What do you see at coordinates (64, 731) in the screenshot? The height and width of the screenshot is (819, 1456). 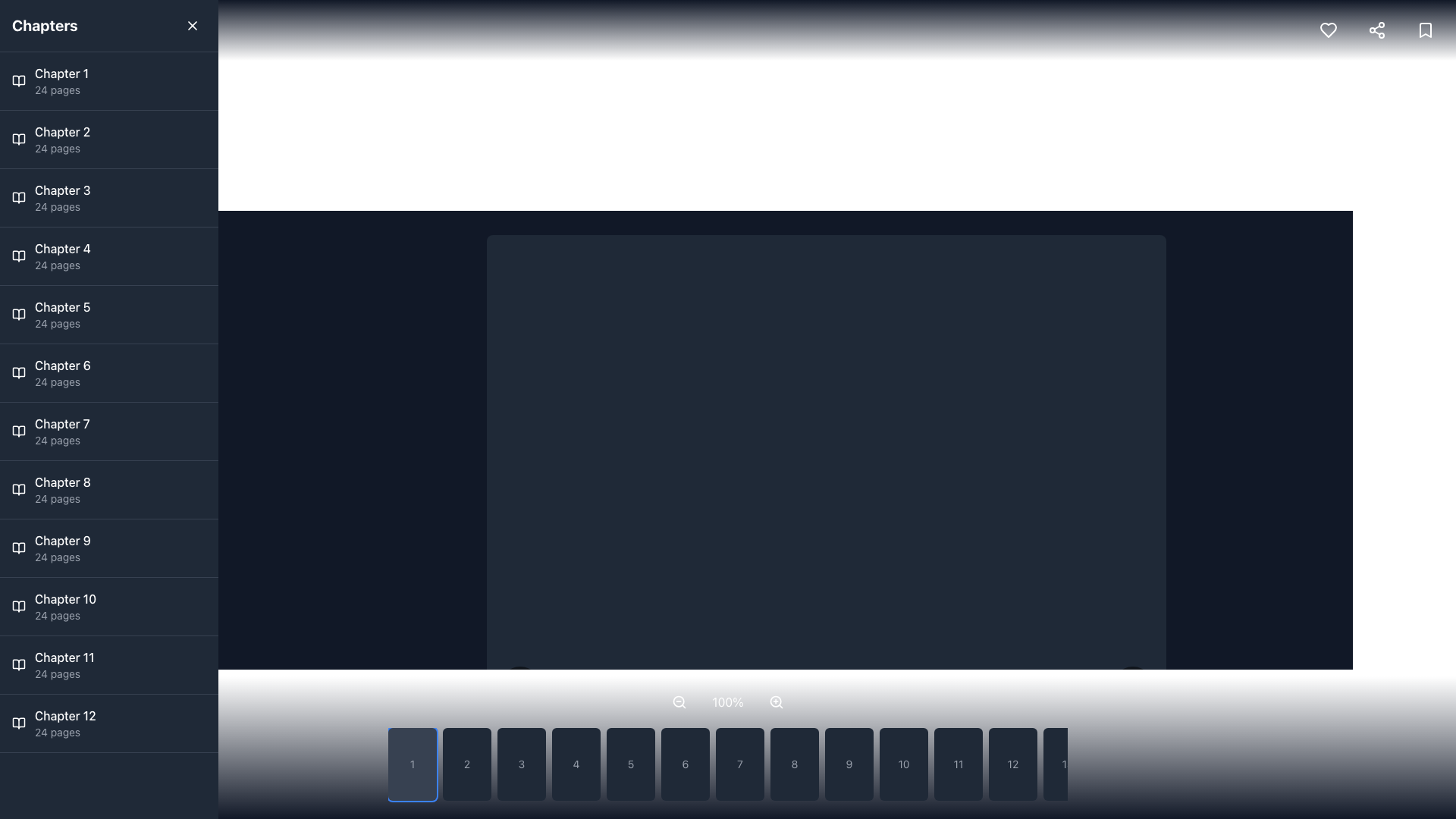 I see `the text label displaying '24 pages' located in the left sidebar under 'Chapter 12'` at bounding box center [64, 731].